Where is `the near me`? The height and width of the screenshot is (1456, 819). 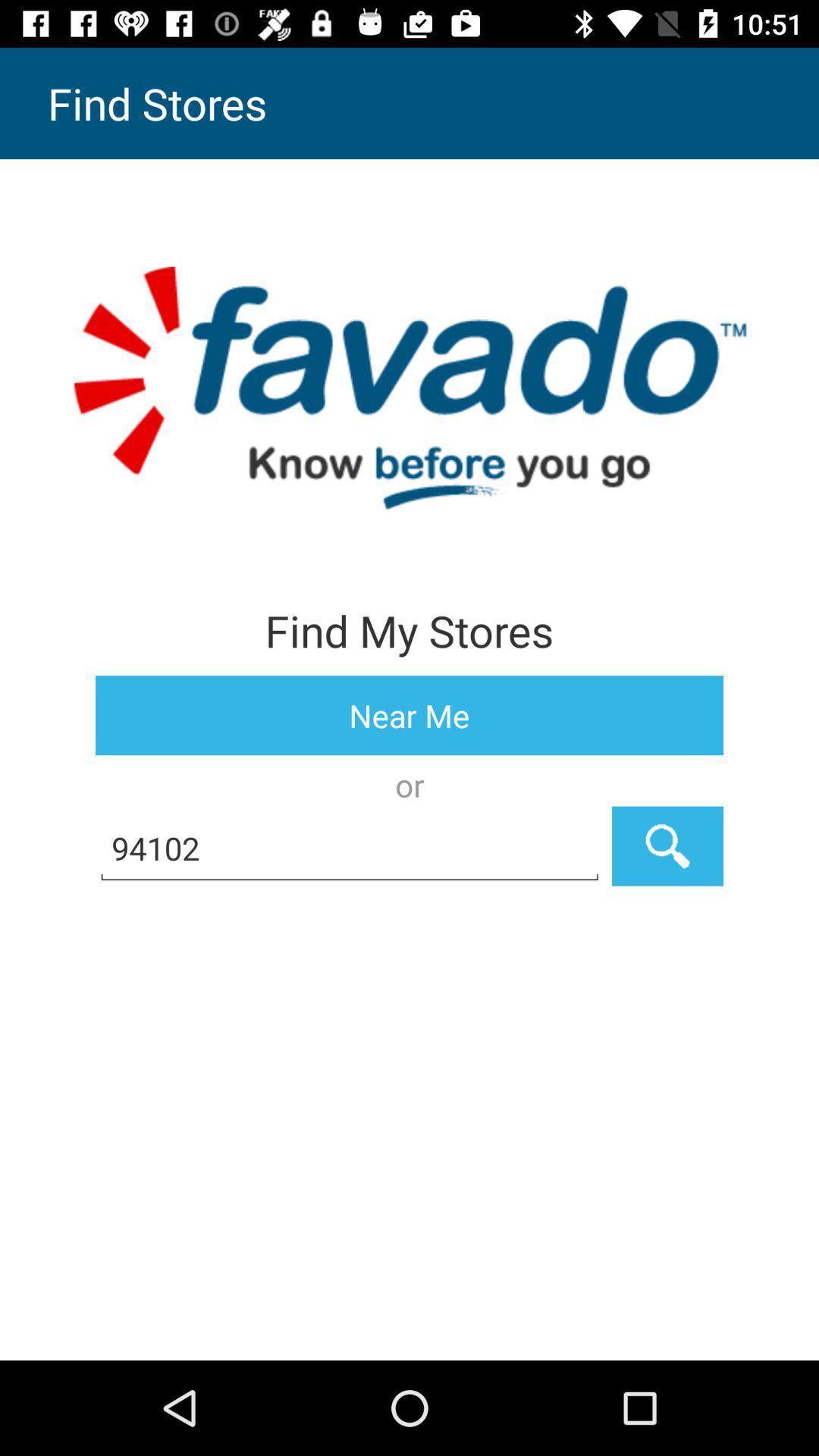 the near me is located at coordinates (409, 714).